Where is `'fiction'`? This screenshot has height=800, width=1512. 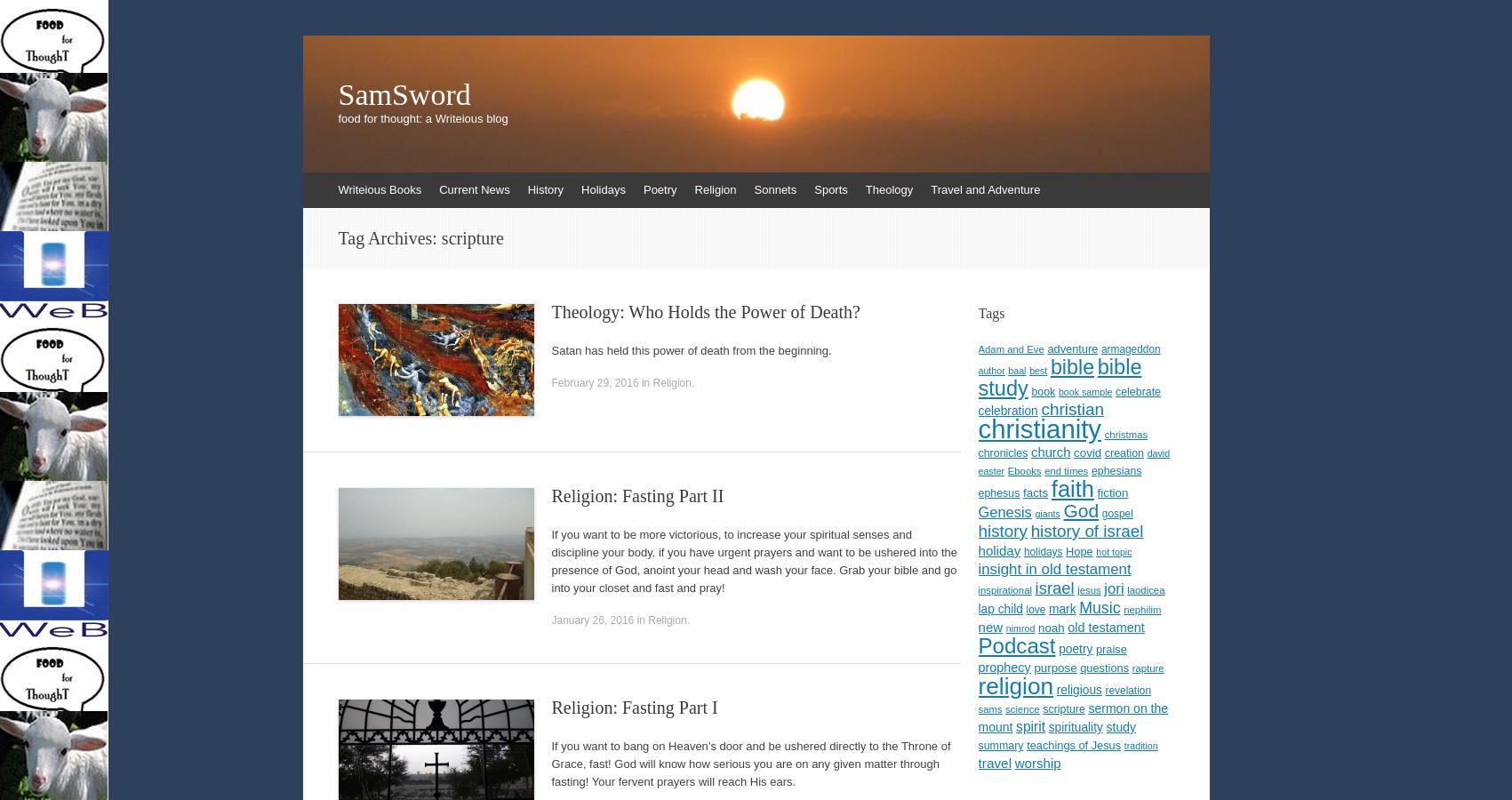
'fiction' is located at coordinates (1112, 492).